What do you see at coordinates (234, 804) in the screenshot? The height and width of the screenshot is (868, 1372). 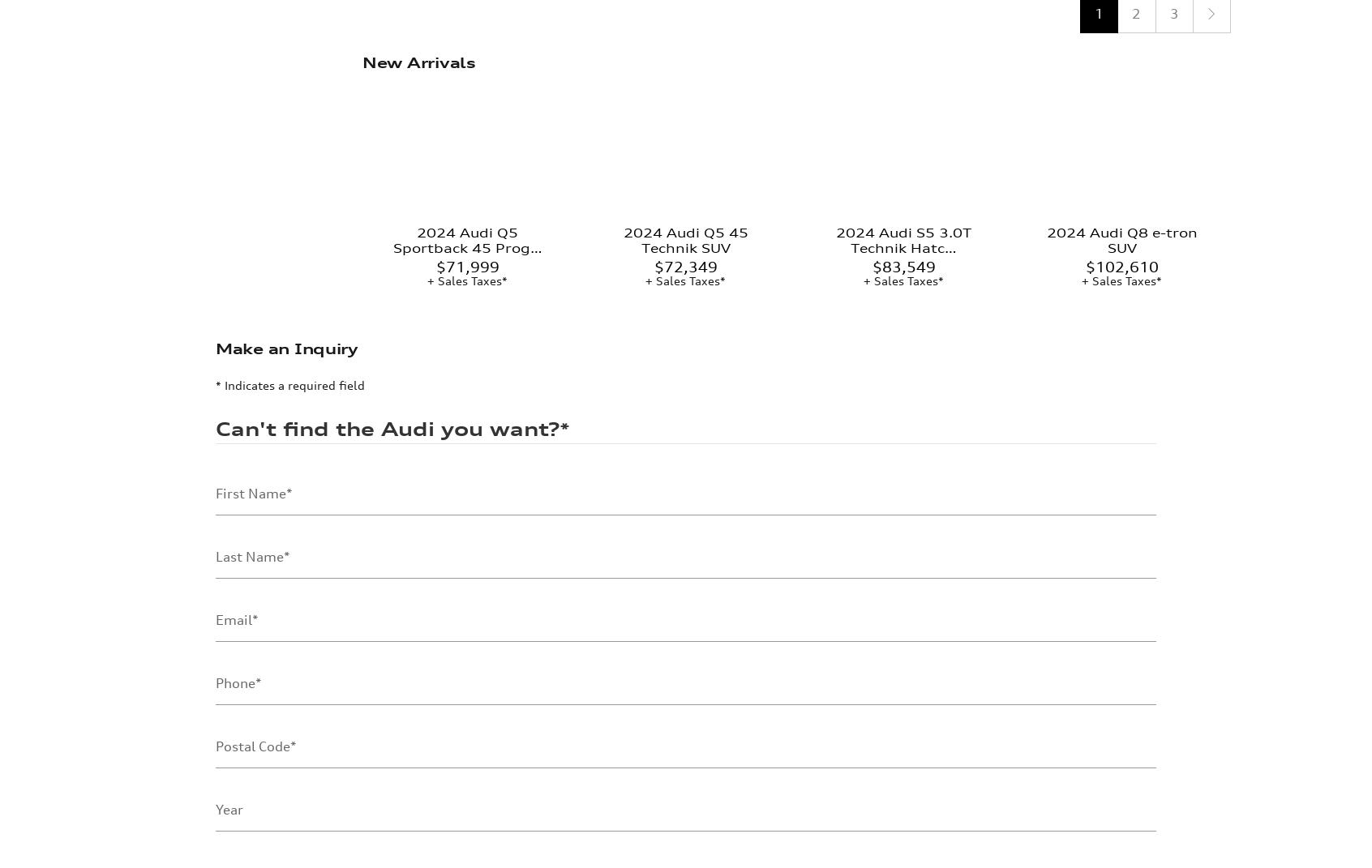 I see `'Model'` at bounding box center [234, 804].